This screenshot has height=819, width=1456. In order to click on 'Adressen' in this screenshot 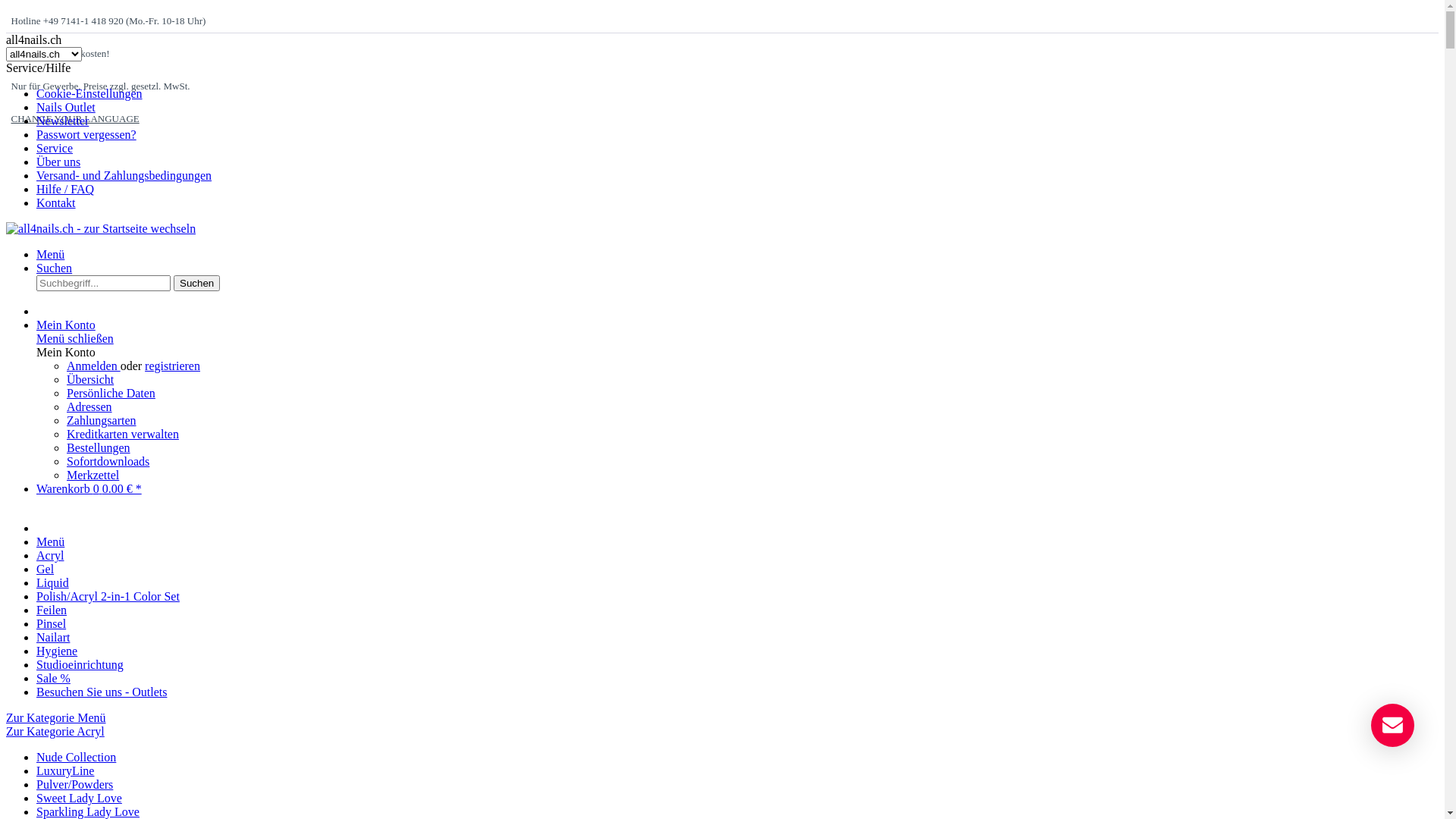, I will do `click(89, 406)`.